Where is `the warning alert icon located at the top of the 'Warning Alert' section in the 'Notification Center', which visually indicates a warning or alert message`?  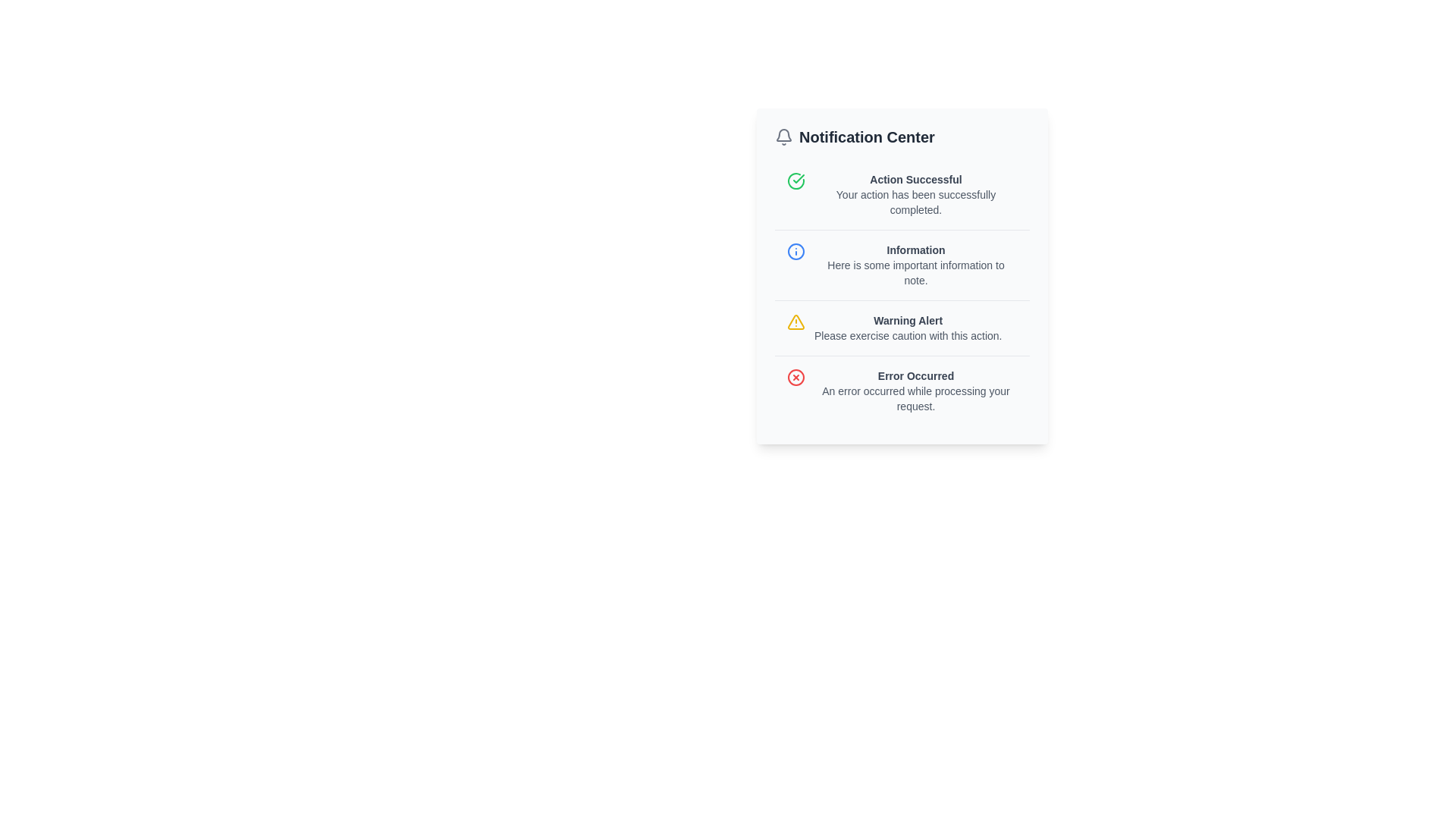
the warning alert icon located at the top of the 'Warning Alert' section in the 'Notification Center', which visually indicates a warning or alert message is located at coordinates (795, 321).